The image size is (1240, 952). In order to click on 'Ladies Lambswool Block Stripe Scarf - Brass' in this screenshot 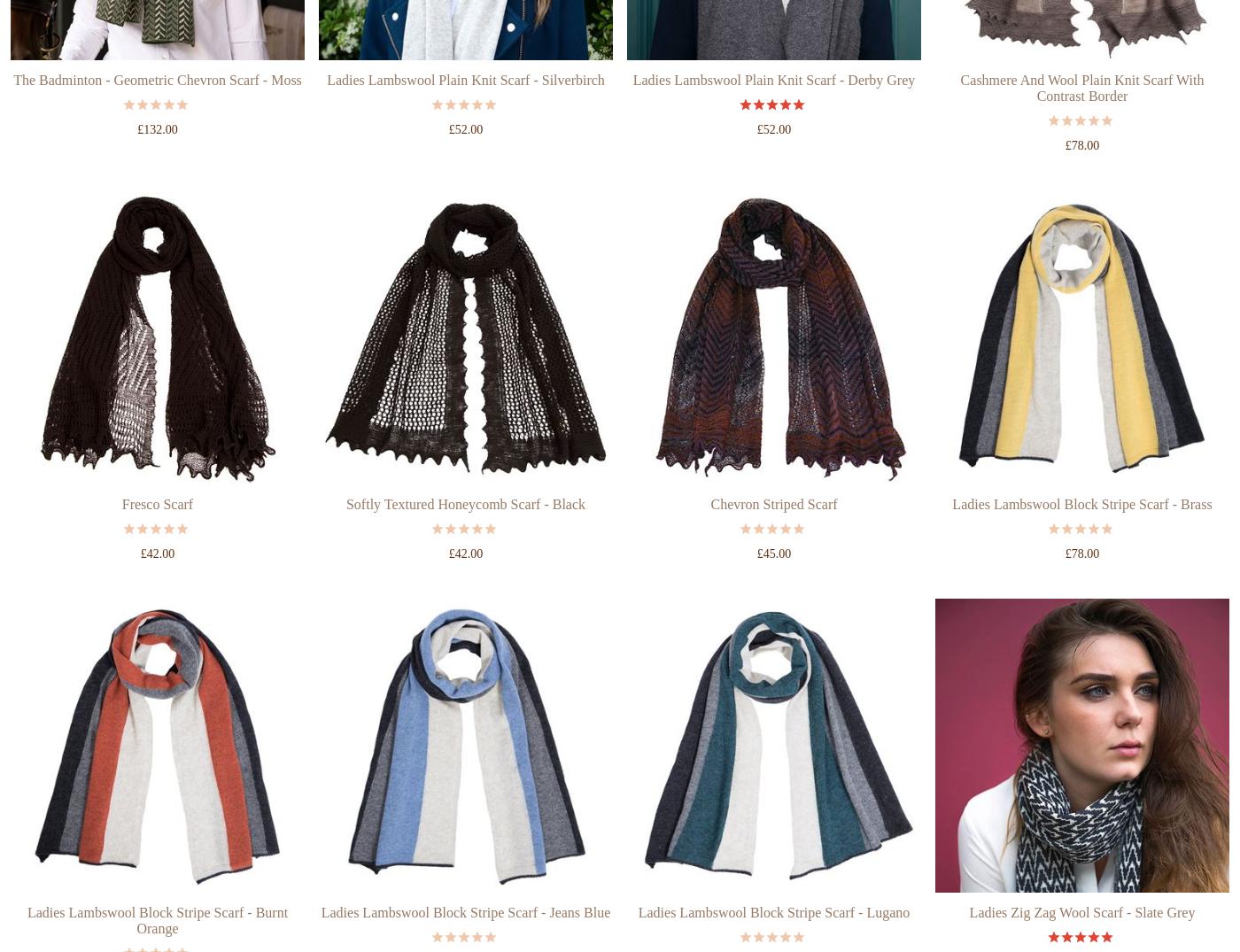, I will do `click(1081, 570)`.